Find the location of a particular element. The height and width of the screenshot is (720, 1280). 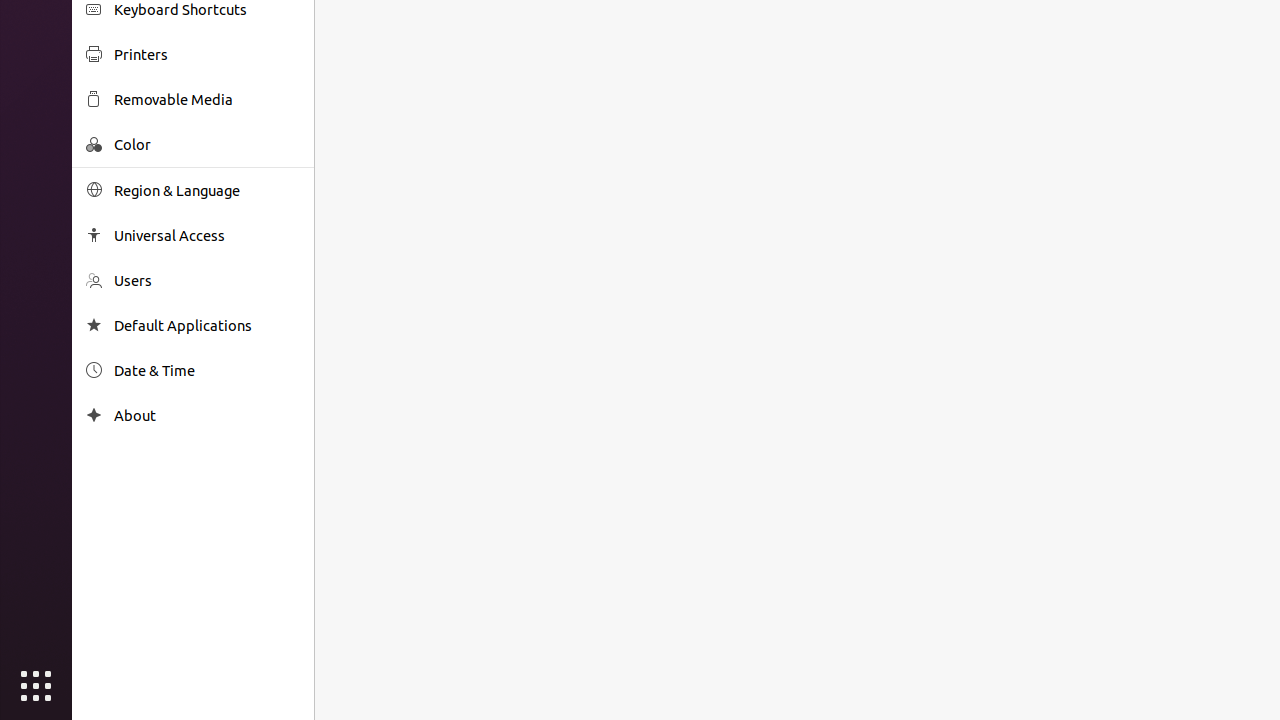

'Removable Media' is located at coordinates (206, 99).